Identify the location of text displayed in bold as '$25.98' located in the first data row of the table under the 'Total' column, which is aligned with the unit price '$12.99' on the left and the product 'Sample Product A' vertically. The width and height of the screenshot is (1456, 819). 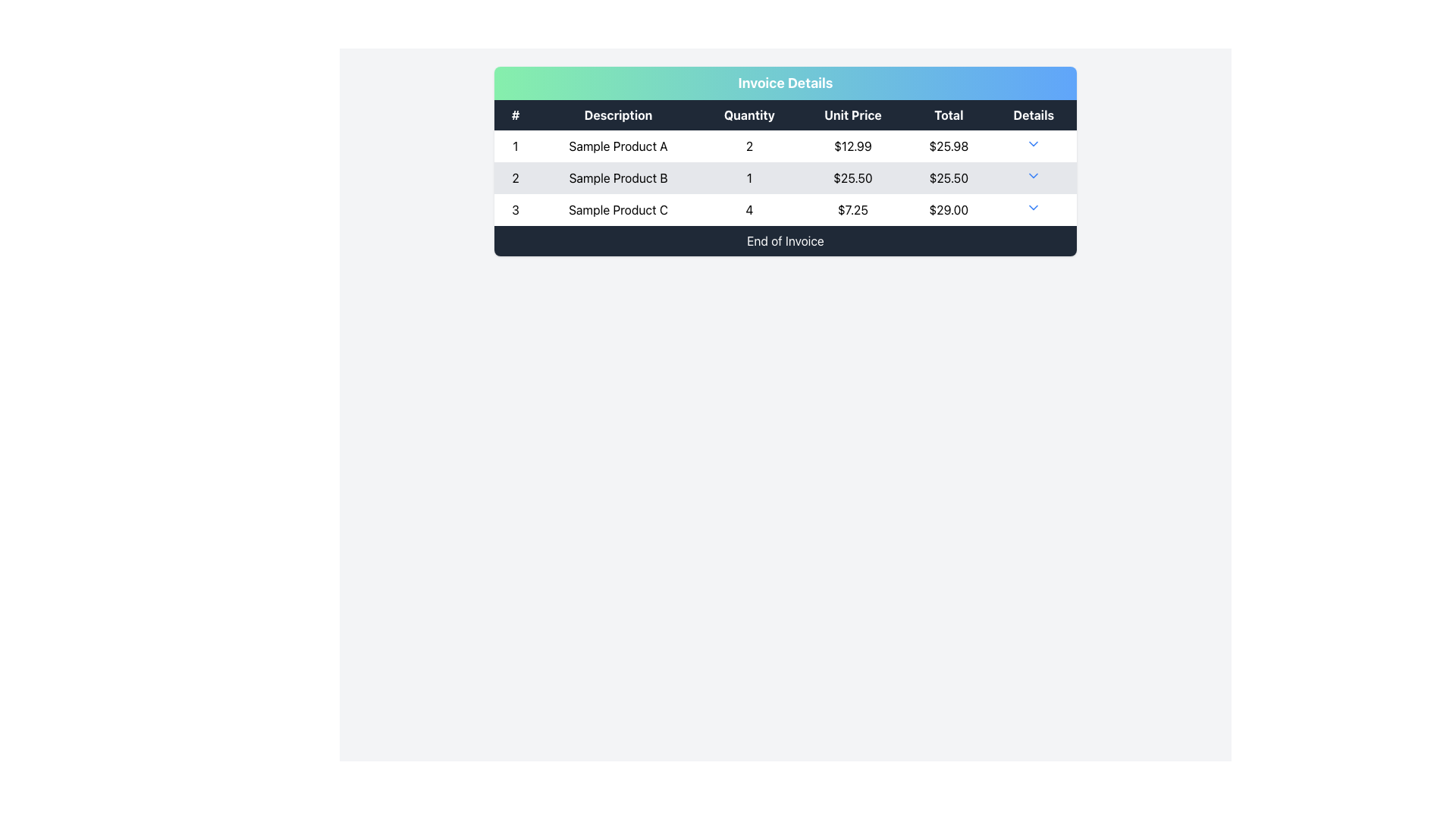
(948, 146).